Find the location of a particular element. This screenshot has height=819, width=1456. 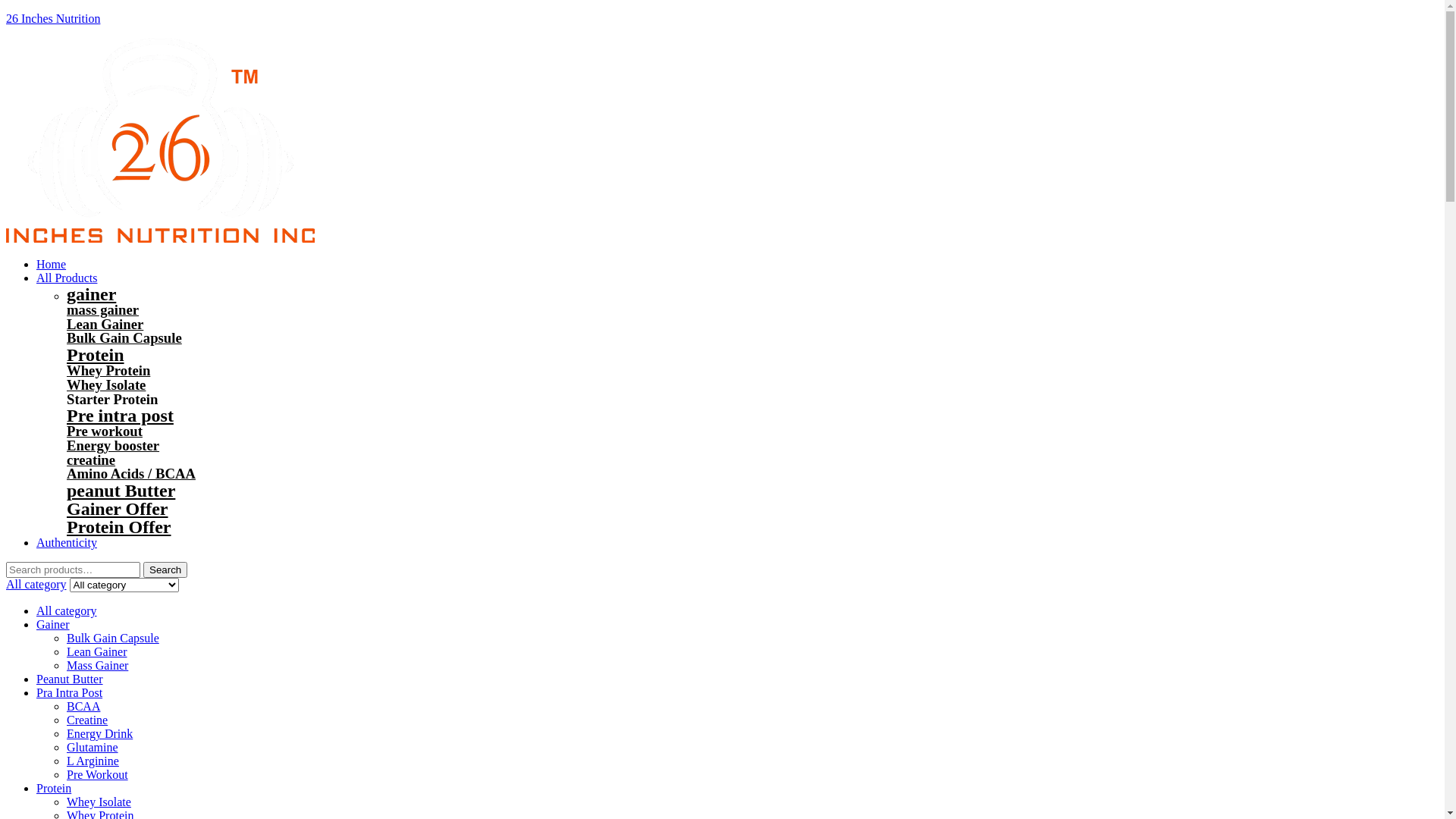

'Gainer Offer' is located at coordinates (65, 509).